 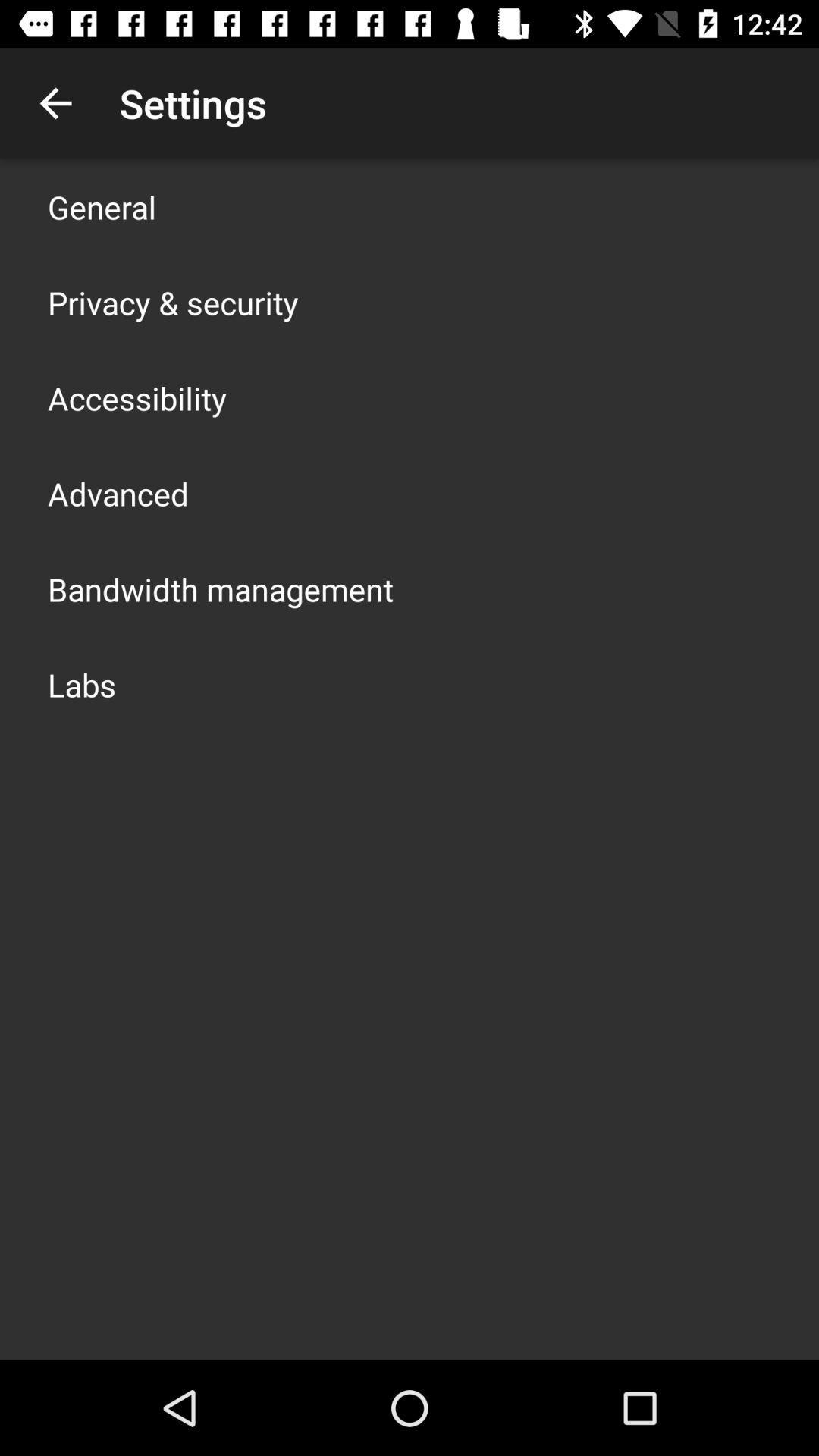 What do you see at coordinates (172, 302) in the screenshot?
I see `privacy & security app` at bounding box center [172, 302].